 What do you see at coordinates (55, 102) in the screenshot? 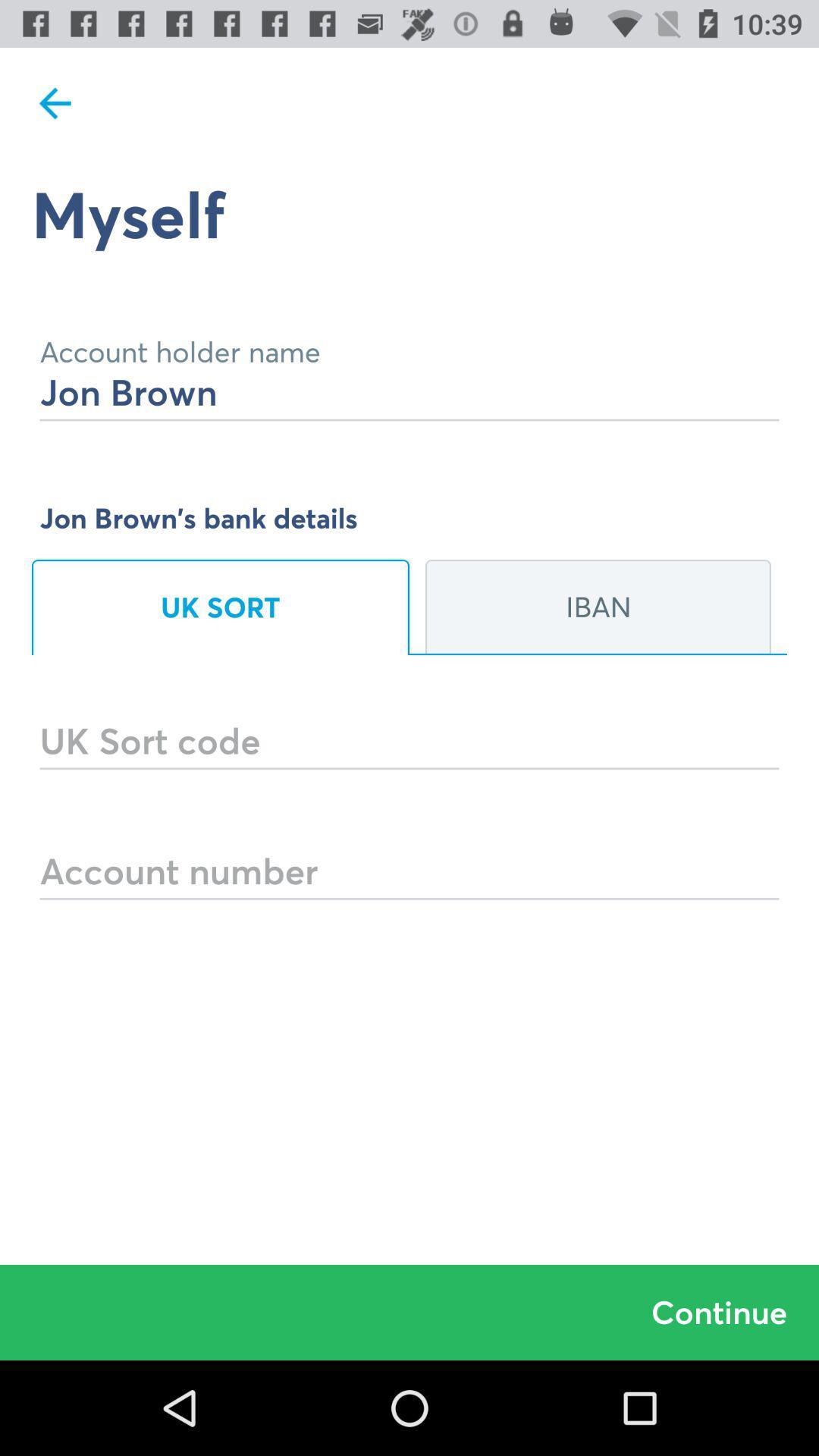
I see `the icon above the myself icon` at bounding box center [55, 102].